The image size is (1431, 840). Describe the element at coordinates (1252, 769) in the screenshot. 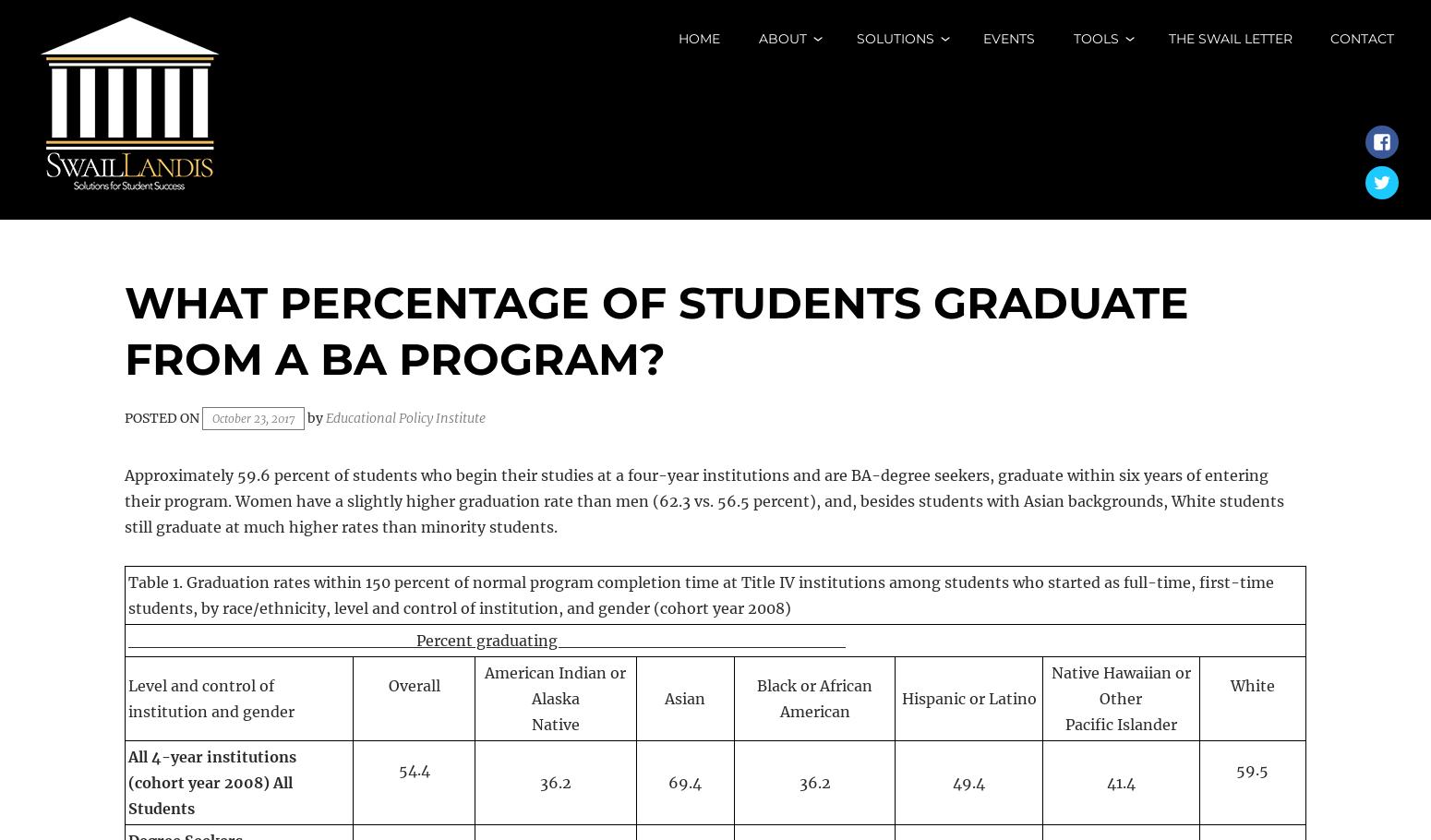

I see `'59.5'` at that location.